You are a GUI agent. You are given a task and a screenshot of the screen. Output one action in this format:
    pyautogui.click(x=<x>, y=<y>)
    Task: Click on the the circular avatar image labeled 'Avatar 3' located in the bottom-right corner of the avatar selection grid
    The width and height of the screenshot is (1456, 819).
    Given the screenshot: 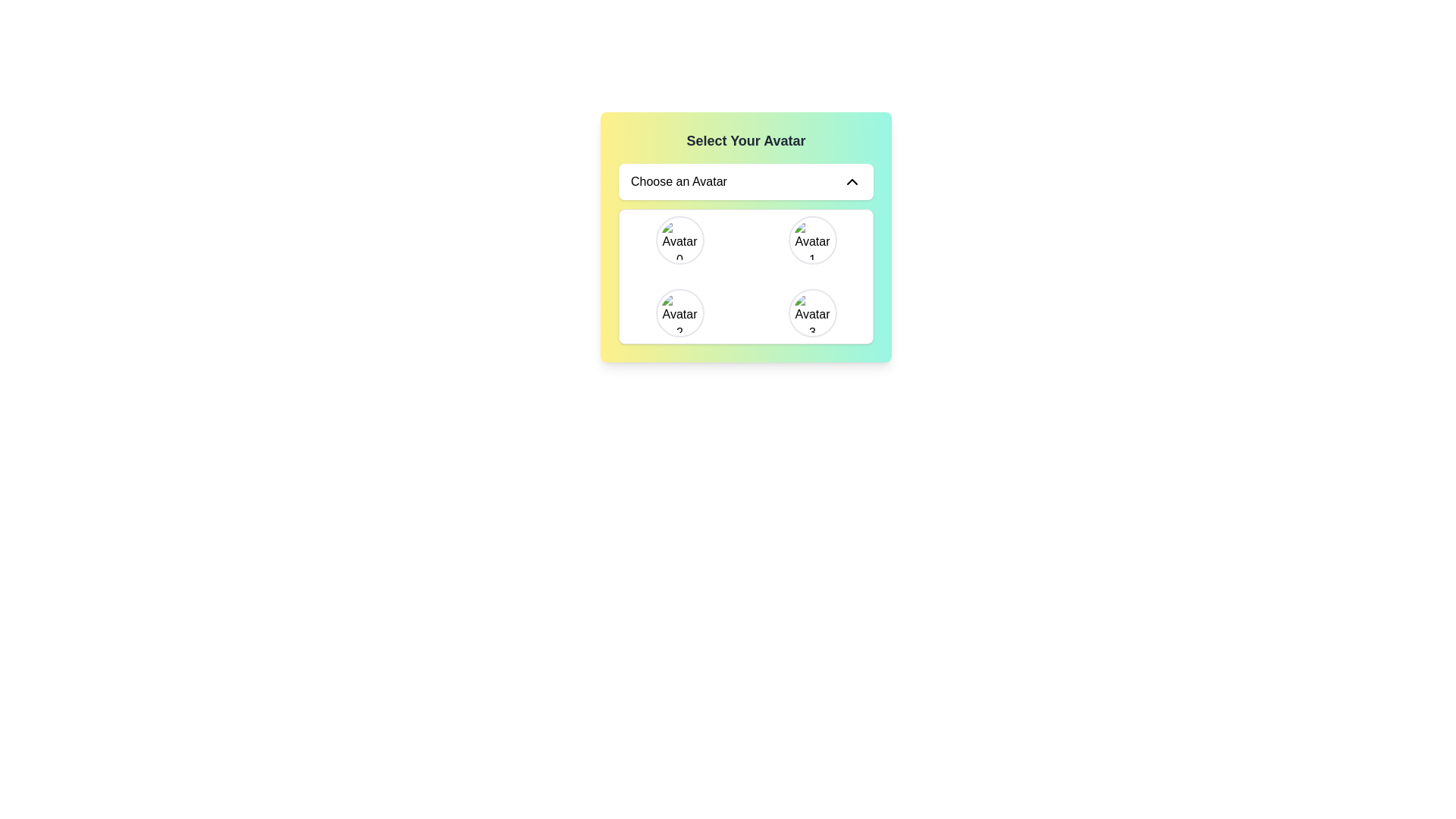 What is the action you would take?
    pyautogui.click(x=811, y=312)
    